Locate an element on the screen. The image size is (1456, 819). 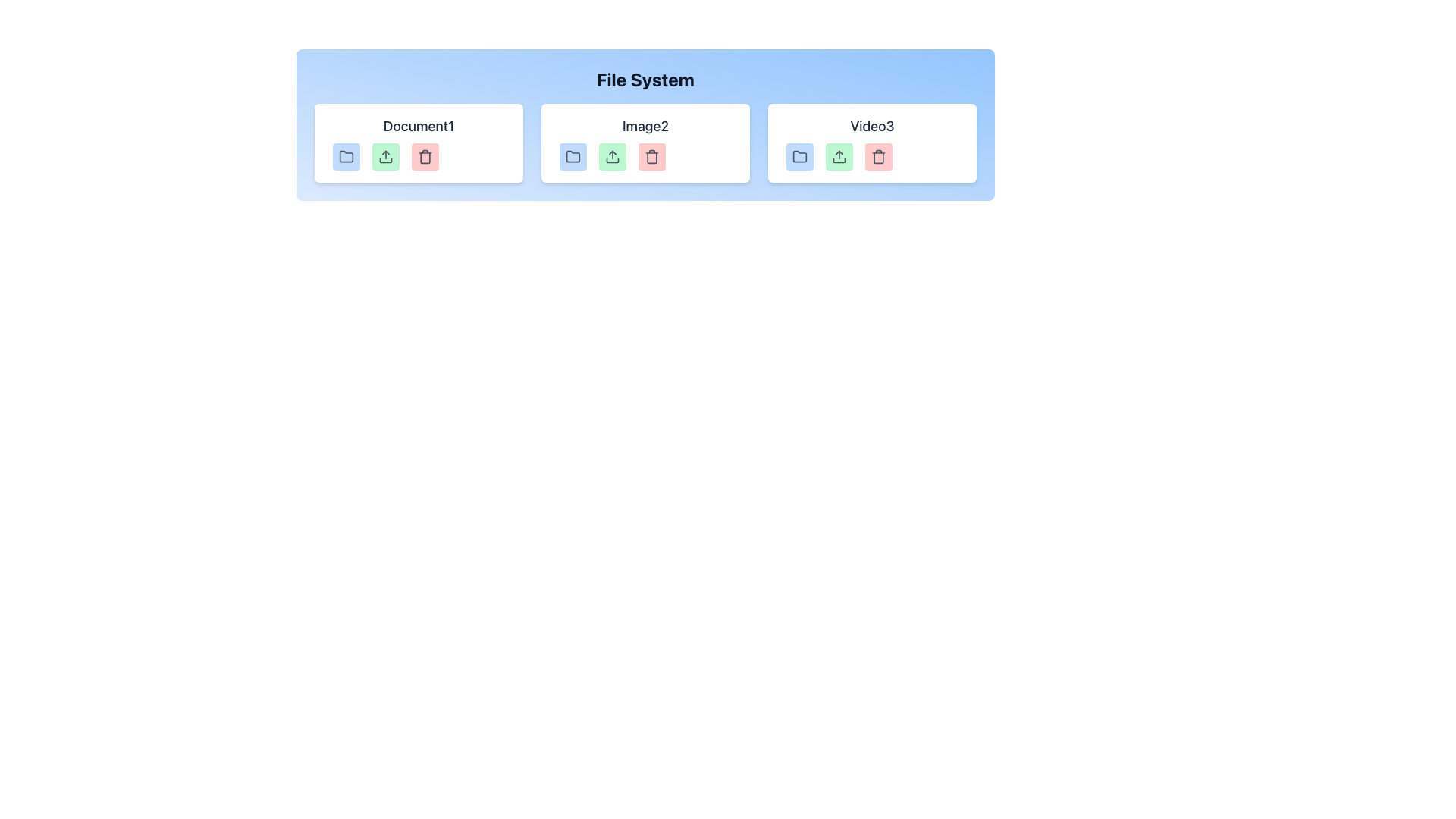
the delete button located in the center card of a three-card layout, which is the third button in the row of action buttons inside the 'Image2' card is located at coordinates (651, 157).